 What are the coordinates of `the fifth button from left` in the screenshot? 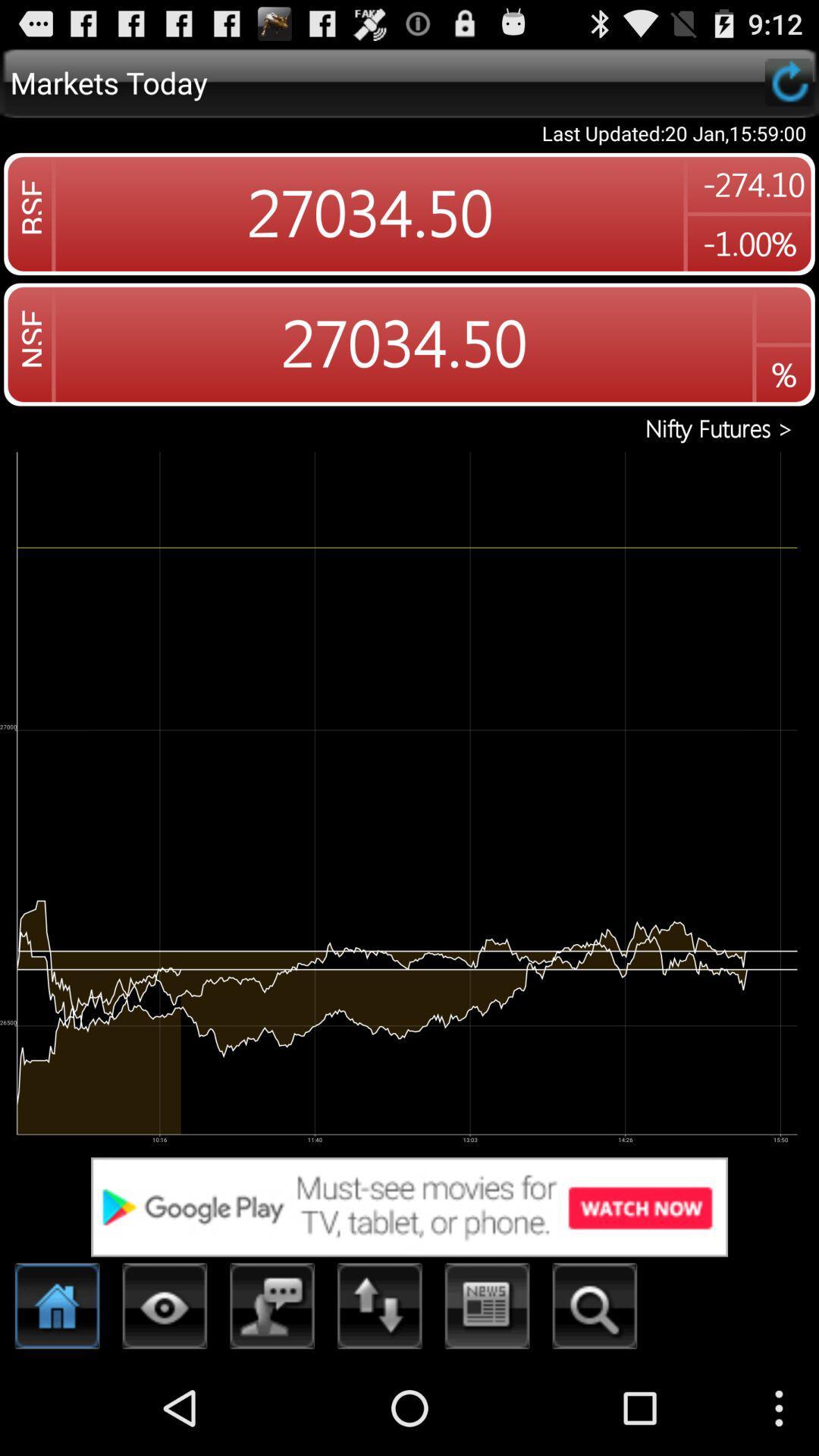 It's located at (488, 1310).